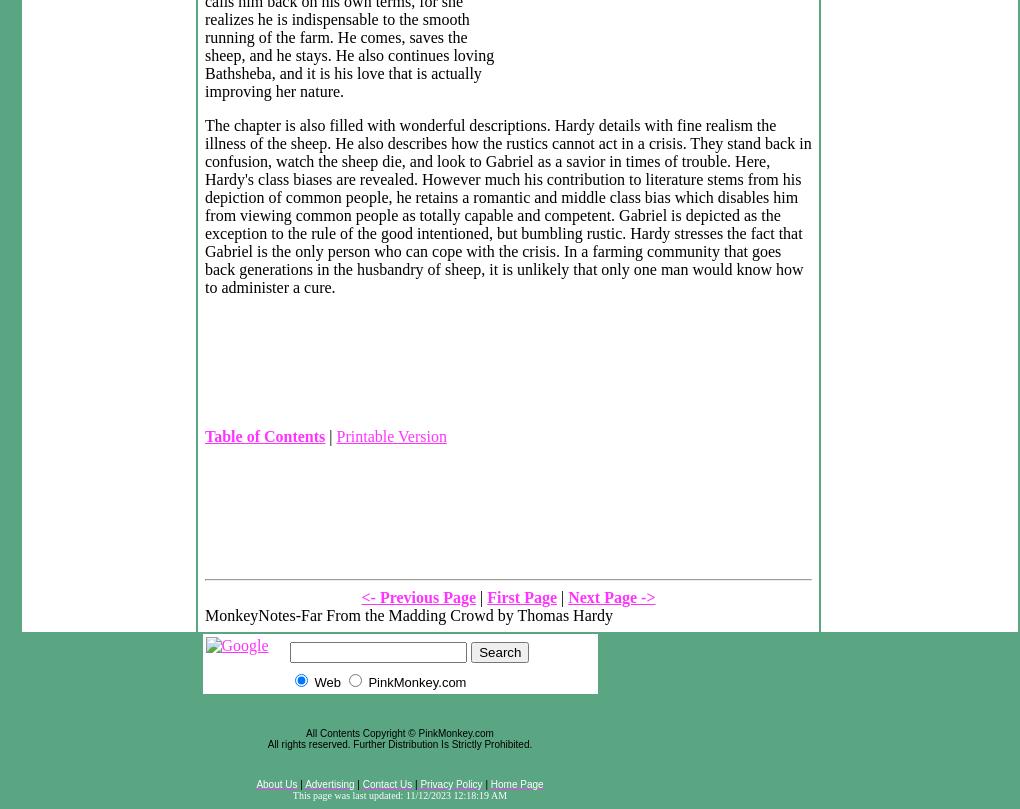  Describe the element at coordinates (448, 783) in the screenshot. I see `'Privacy Policy'` at that location.